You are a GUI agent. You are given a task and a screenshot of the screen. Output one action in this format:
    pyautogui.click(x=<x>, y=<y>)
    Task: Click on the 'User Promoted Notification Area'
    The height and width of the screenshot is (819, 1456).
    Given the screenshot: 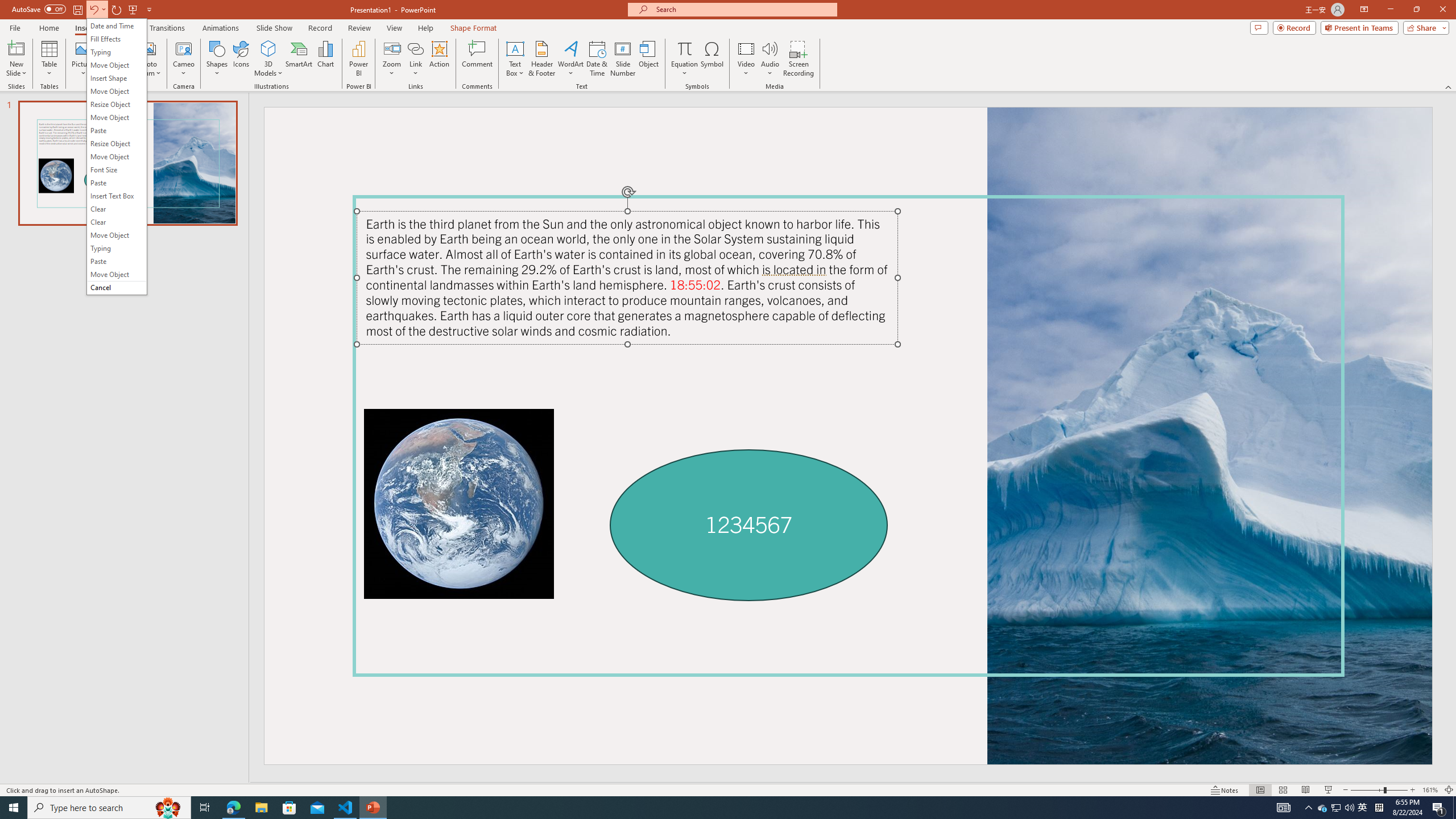 What is the action you would take?
    pyautogui.click(x=1336, y=806)
    